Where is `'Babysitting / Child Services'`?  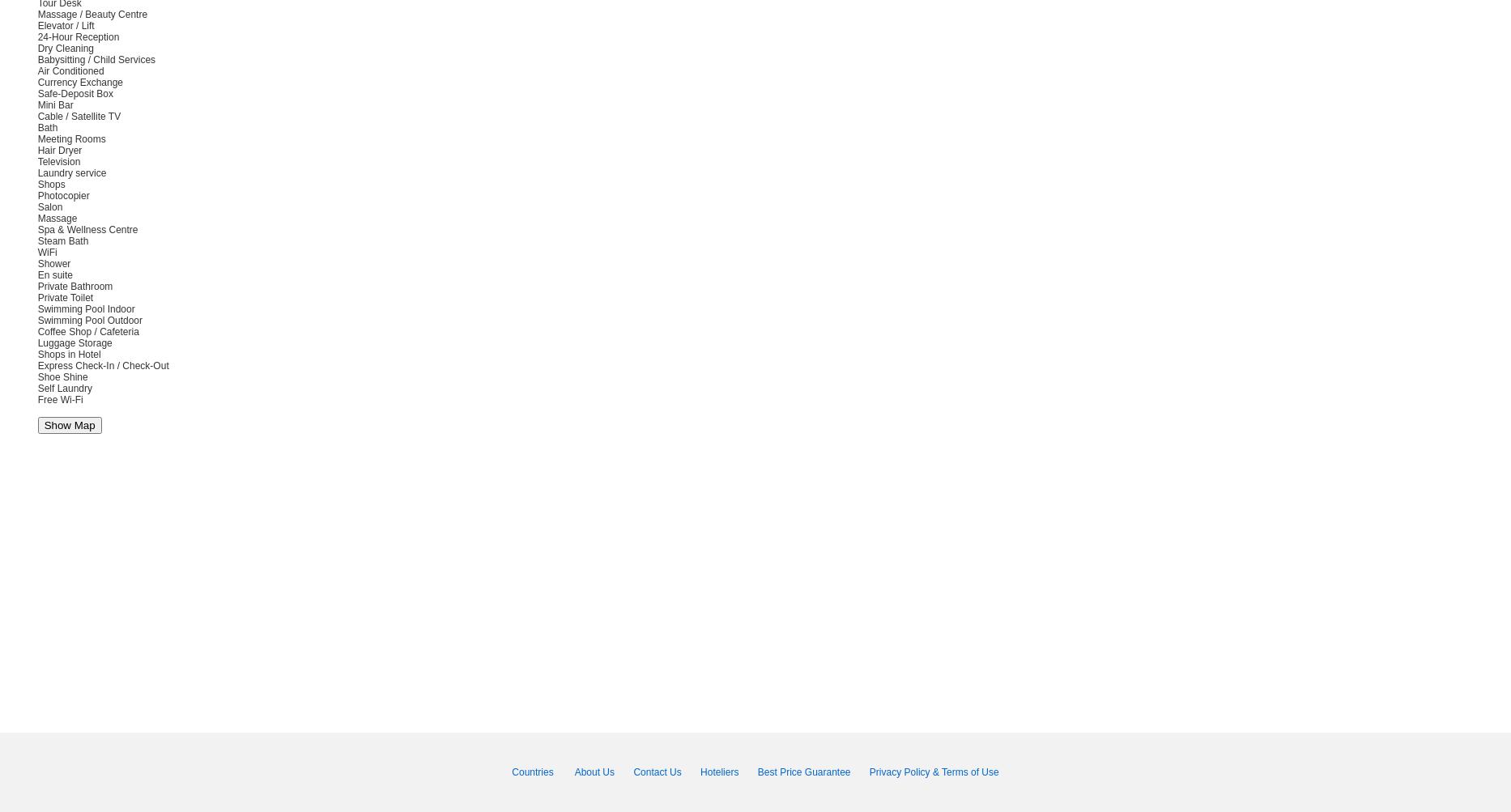 'Babysitting / Child Services' is located at coordinates (96, 60).